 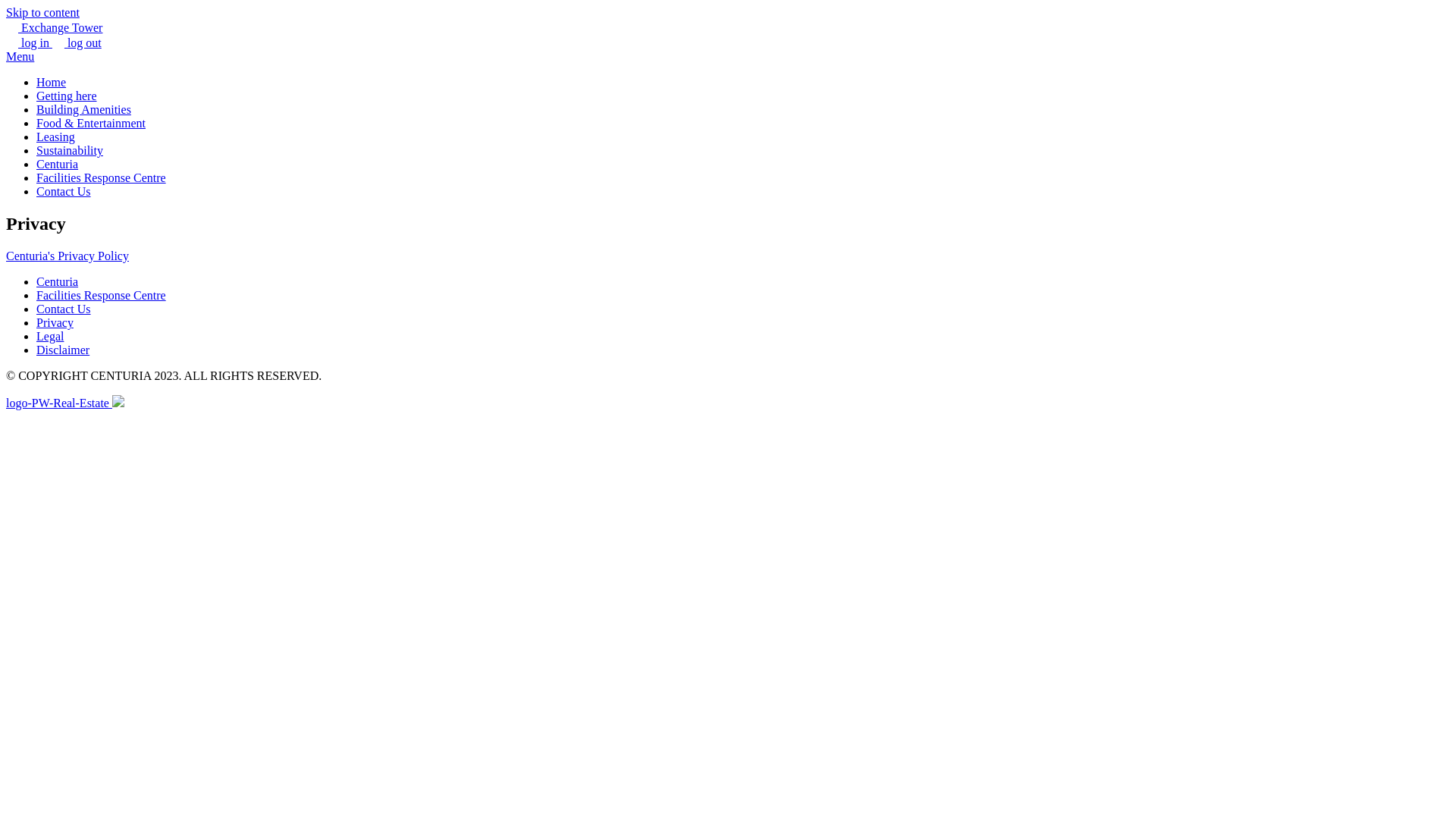 I want to click on 'Getting here', so click(x=65, y=96).